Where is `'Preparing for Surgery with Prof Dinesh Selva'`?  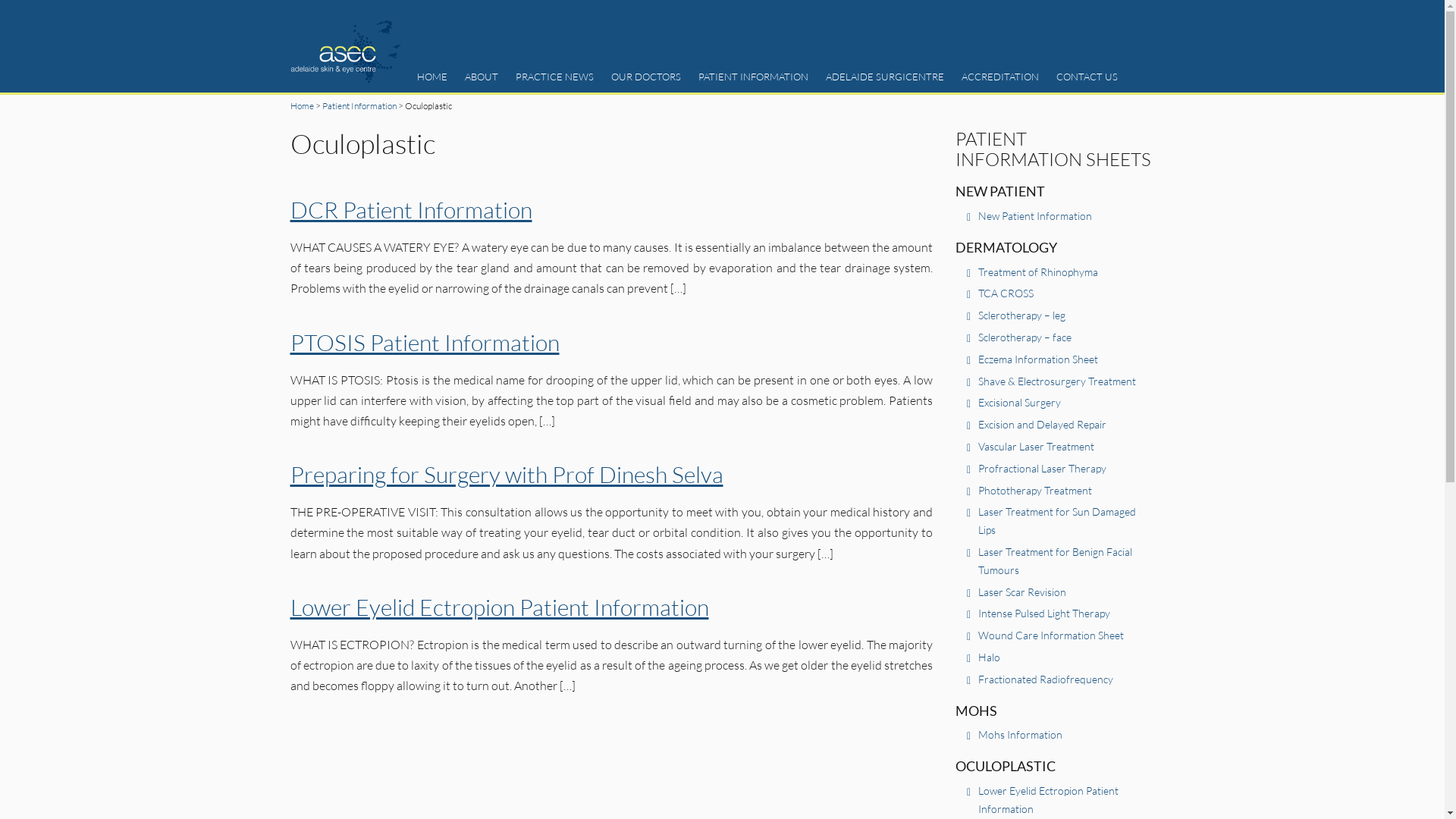 'Preparing for Surgery with Prof Dinesh Selva' is located at coordinates (506, 473).